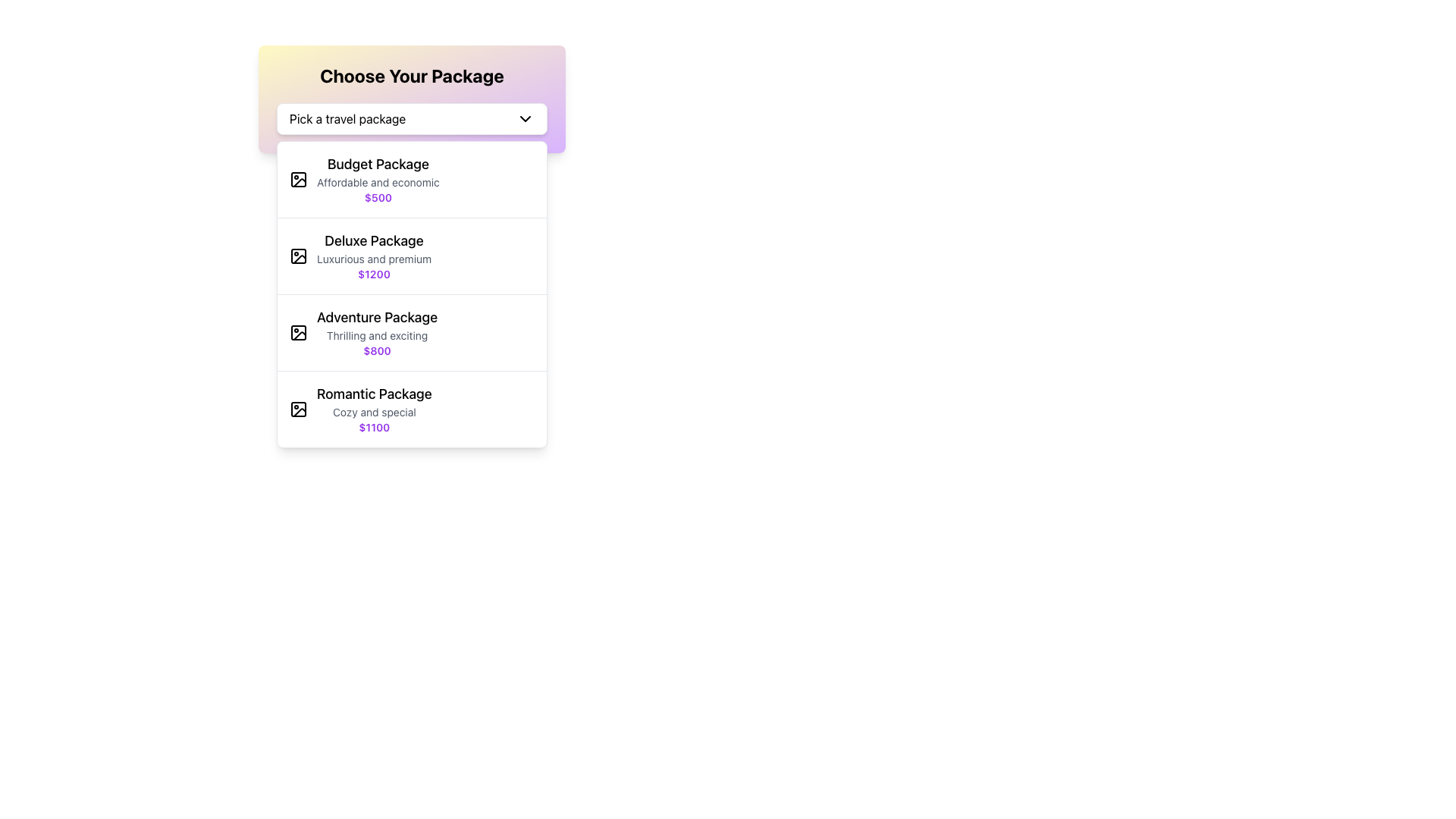 The width and height of the screenshot is (1456, 819). Describe the element at coordinates (412, 409) in the screenshot. I see `the fourth item in the dropdown list representing the romantic travel package` at that location.